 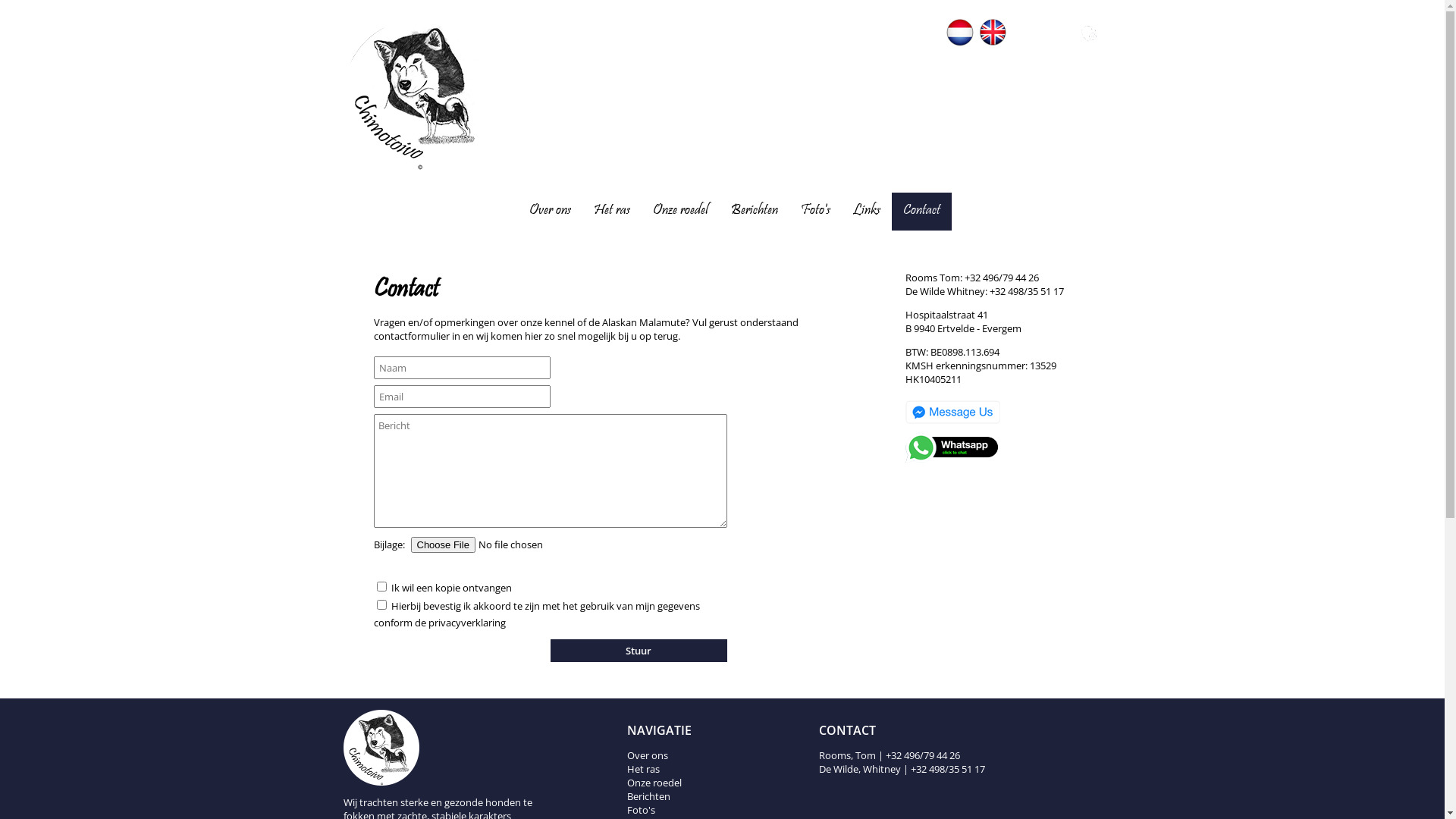 I want to click on 'Bekijk Chimotoivo in het Nederlands', so click(x=959, y=42).